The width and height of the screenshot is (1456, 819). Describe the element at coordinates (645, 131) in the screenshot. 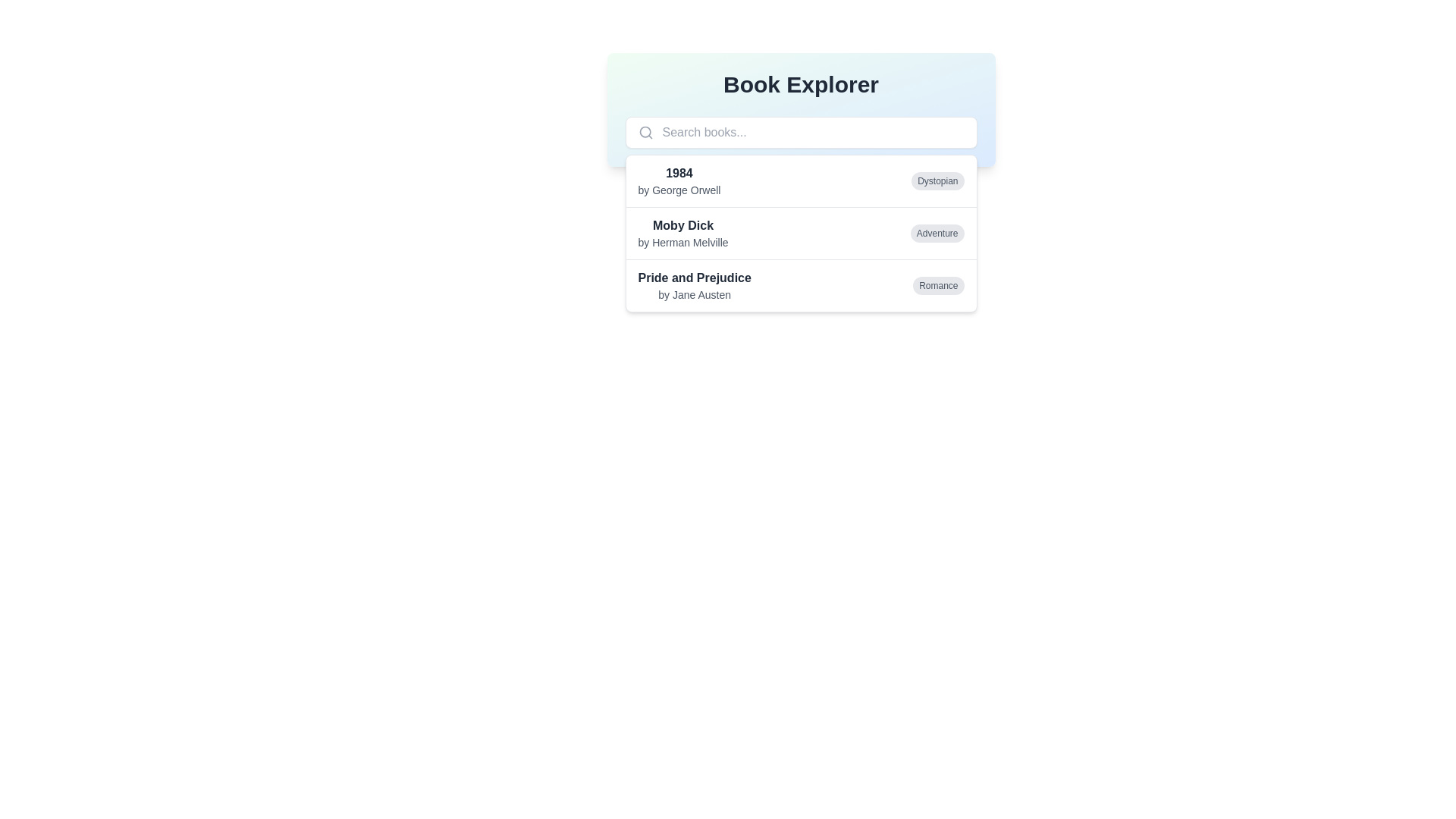

I see `the inner circular part of the SVG icon representing the search functionality located at the left side of the search input field under the main title 'Book Explorer'` at that location.